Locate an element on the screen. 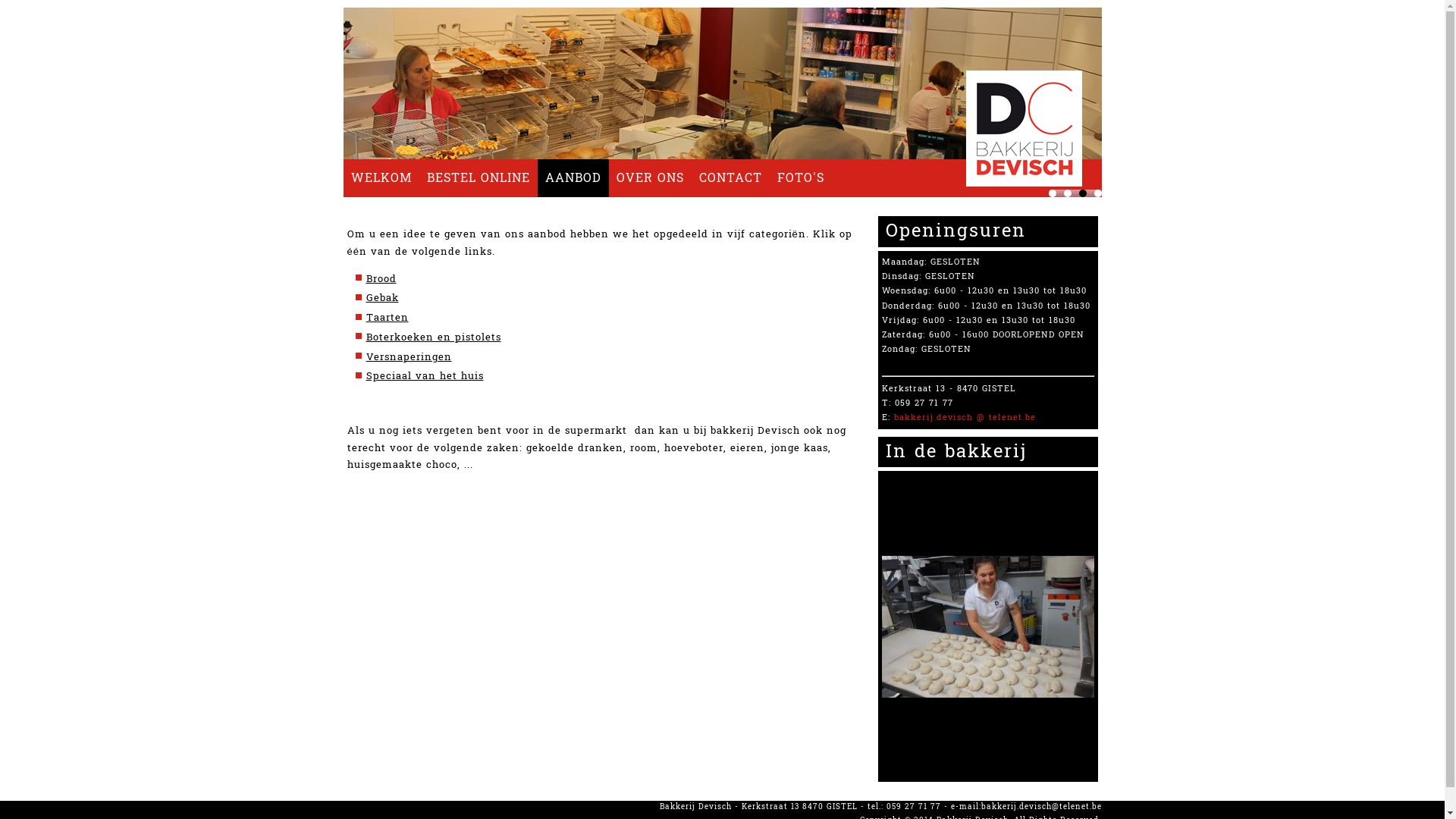  'CONTACT' is located at coordinates (730, 177).